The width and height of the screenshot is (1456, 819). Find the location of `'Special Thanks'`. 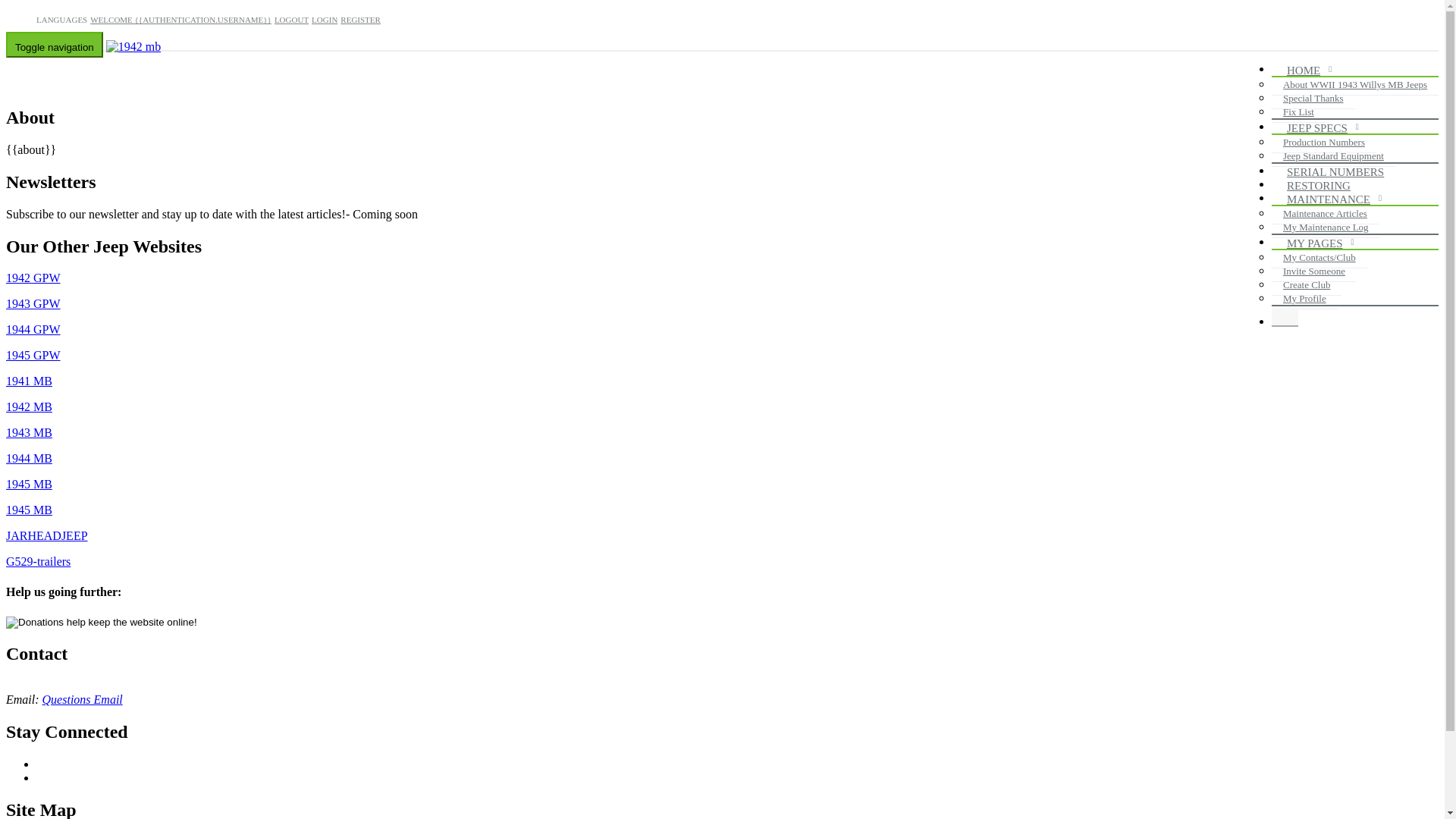

'Special Thanks' is located at coordinates (1313, 99).